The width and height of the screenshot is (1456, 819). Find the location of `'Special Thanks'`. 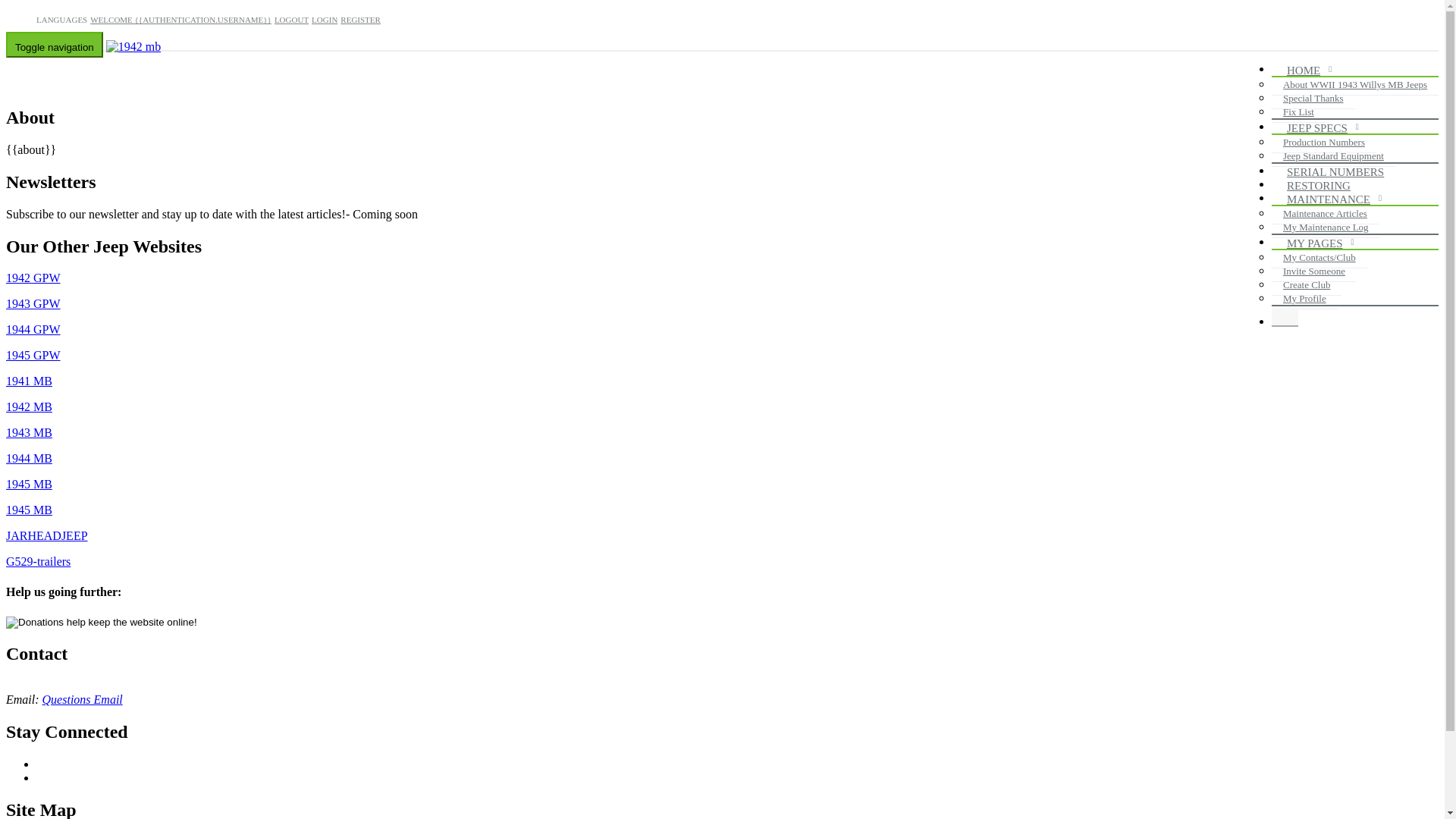

'Special Thanks' is located at coordinates (1313, 99).